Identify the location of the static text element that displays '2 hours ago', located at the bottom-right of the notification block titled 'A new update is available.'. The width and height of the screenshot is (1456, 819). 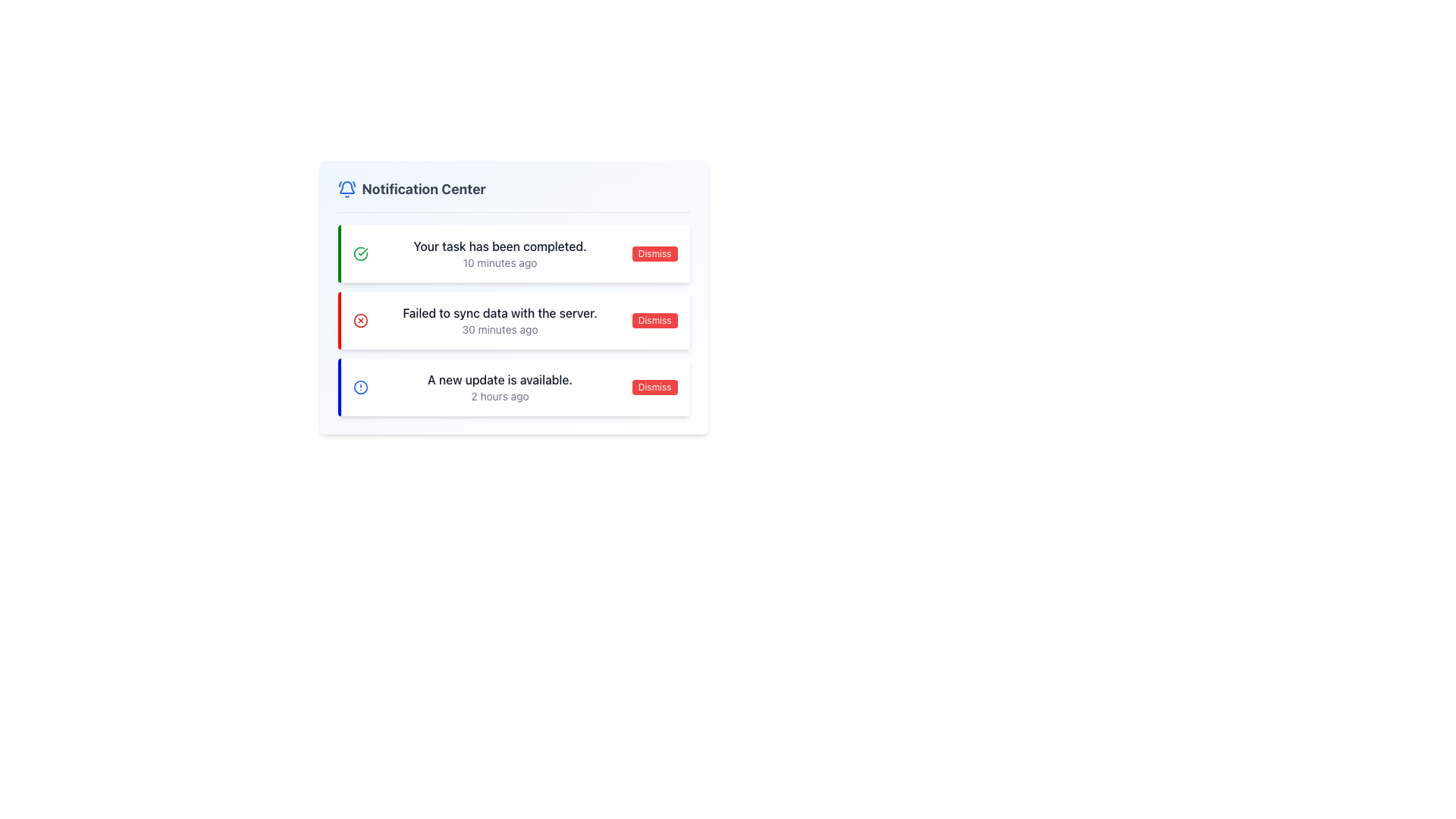
(500, 396).